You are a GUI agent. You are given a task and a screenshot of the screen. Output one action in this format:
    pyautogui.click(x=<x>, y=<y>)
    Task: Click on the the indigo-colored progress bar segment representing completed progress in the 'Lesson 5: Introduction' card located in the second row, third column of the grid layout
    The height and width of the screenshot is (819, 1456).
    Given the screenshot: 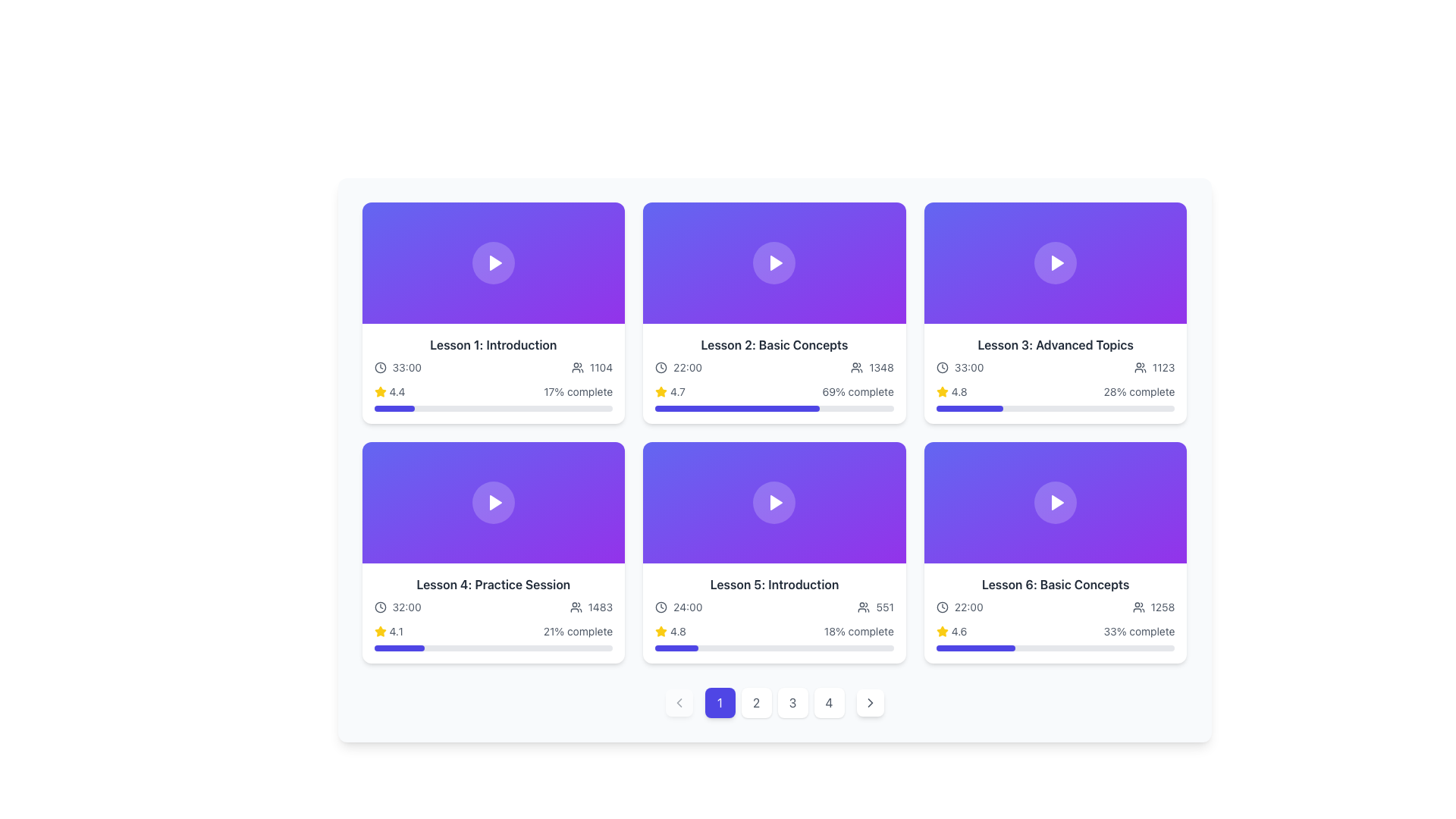 What is the action you would take?
    pyautogui.click(x=676, y=648)
    